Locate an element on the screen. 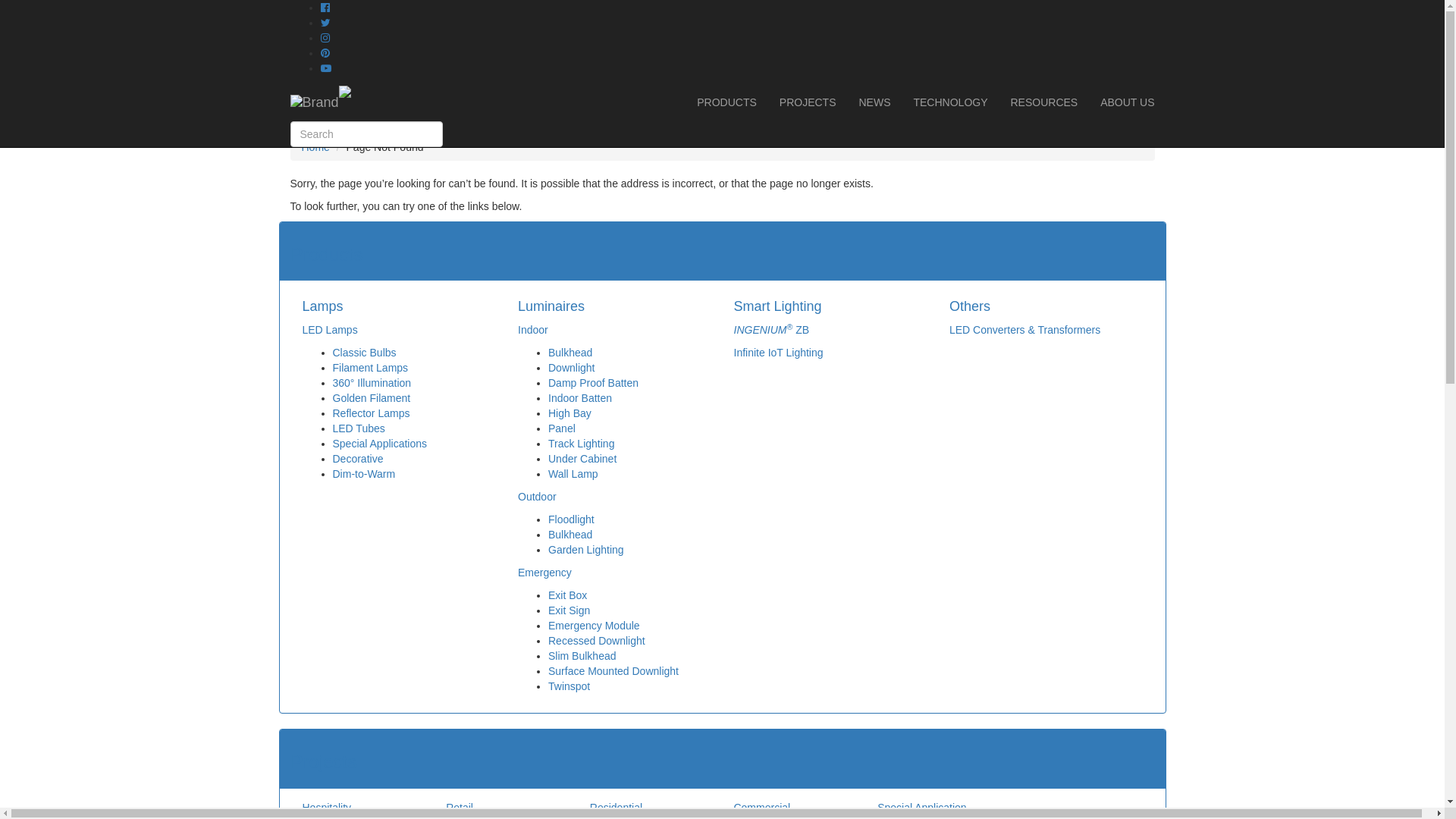  'Commercial' is located at coordinates (761, 806).